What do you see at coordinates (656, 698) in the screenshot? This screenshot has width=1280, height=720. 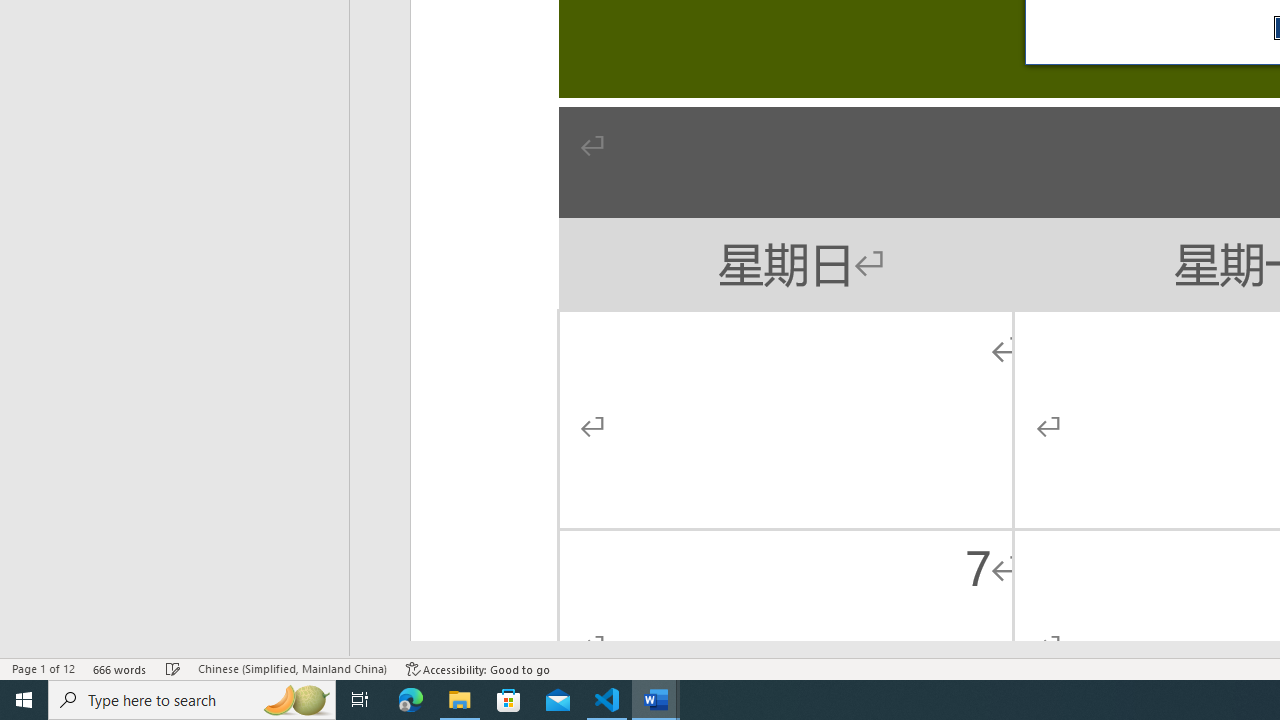 I see `'Word - 2 running windows'` at bounding box center [656, 698].